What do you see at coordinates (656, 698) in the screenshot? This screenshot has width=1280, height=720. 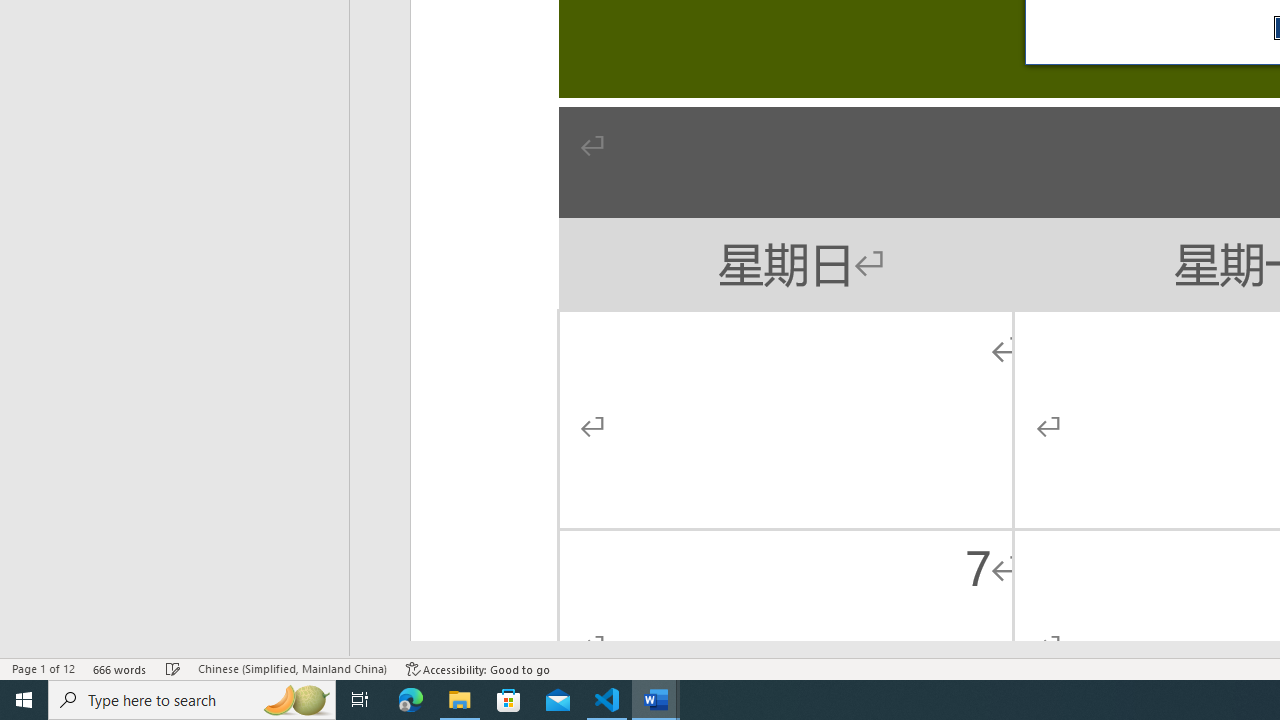 I see `'Word - 2 running windows'` at bounding box center [656, 698].